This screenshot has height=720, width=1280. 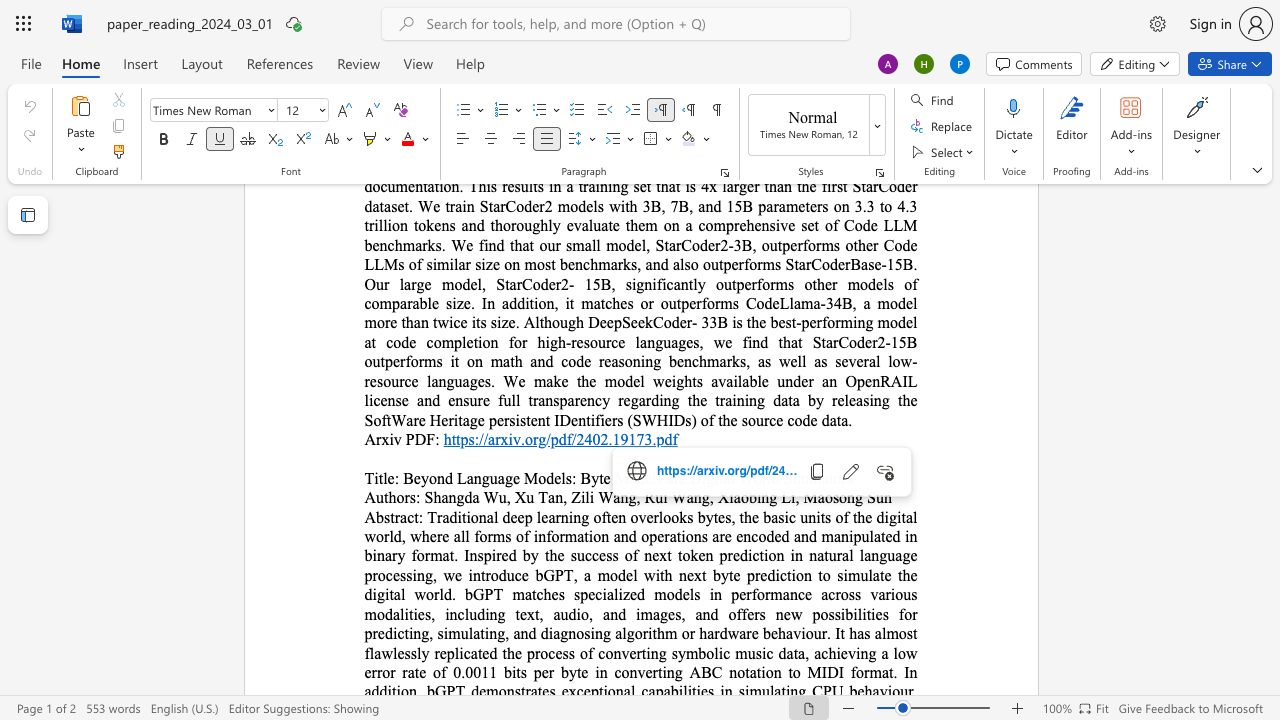 What do you see at coordinates (582, 496) in the screenshot?
I see `the 1th character "i" in the text` at bounding box center [582, 496].